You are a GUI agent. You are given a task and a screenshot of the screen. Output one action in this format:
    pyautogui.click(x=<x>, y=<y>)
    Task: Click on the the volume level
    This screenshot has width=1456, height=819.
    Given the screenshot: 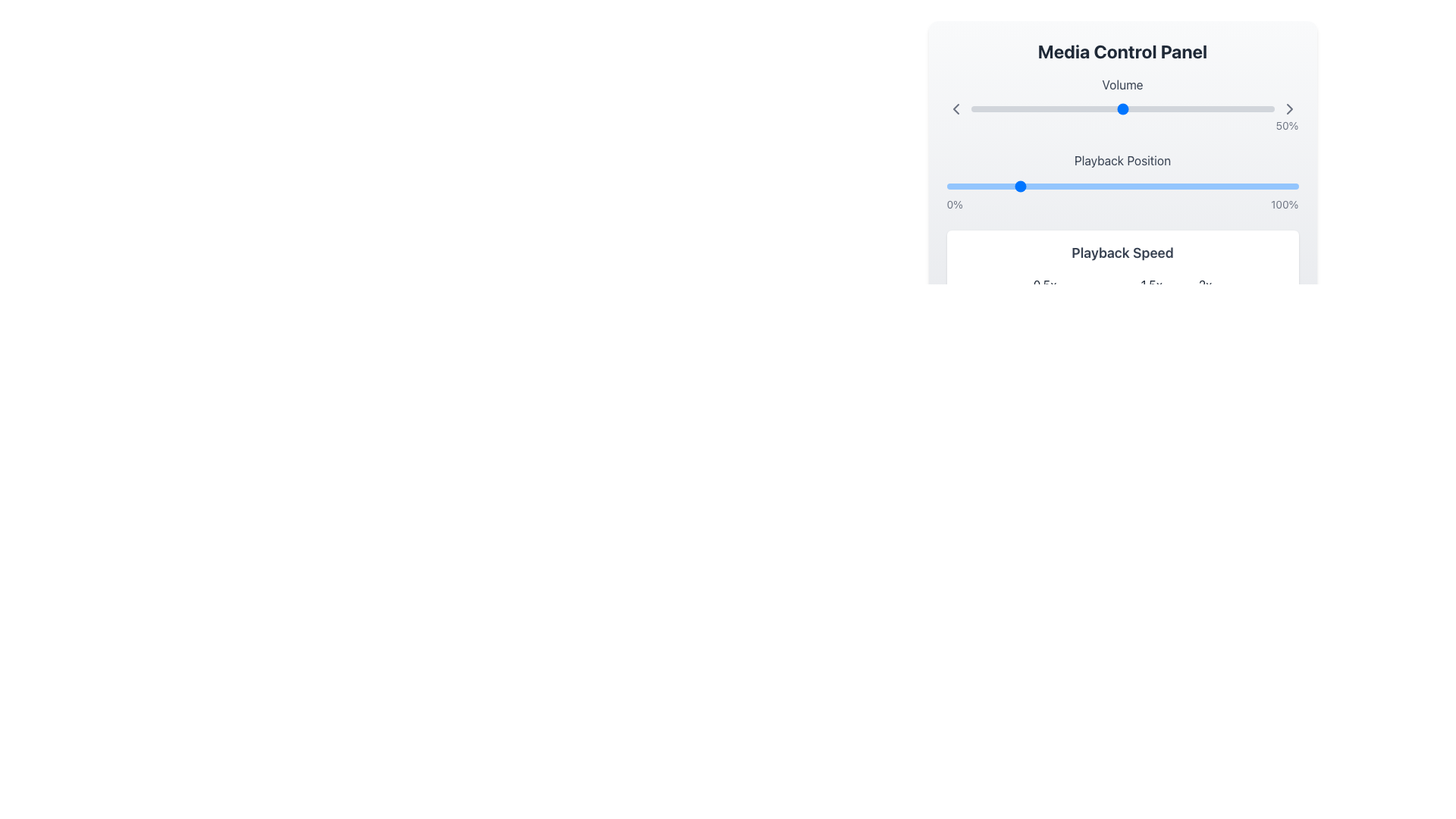 What is the action you would take?
    pyautogui.click(x=1256, y=108)
    